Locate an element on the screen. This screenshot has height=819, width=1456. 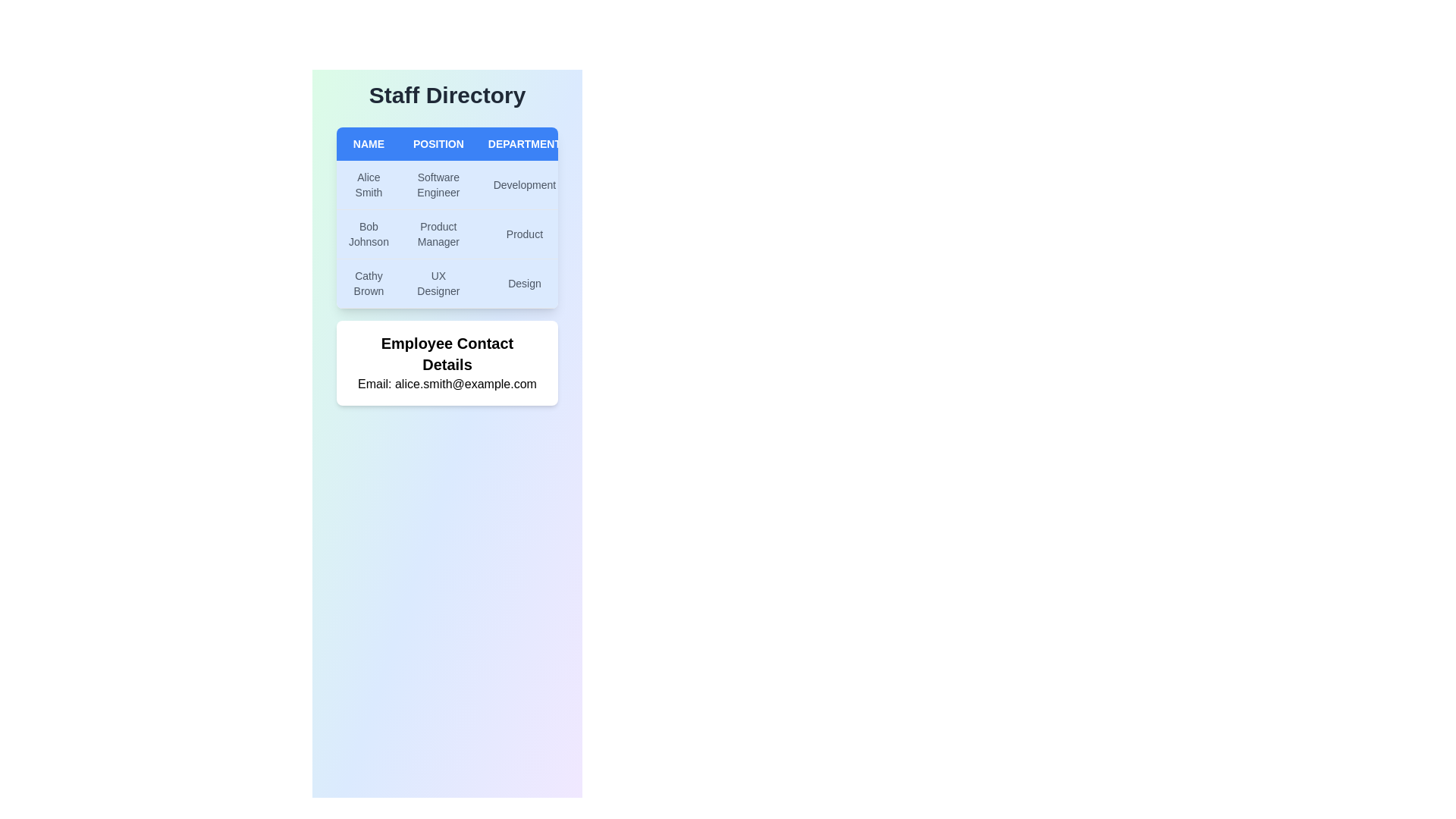
the first row in the employee directory under the 'Staff Directory' heading is located at coordinates (491, 184).